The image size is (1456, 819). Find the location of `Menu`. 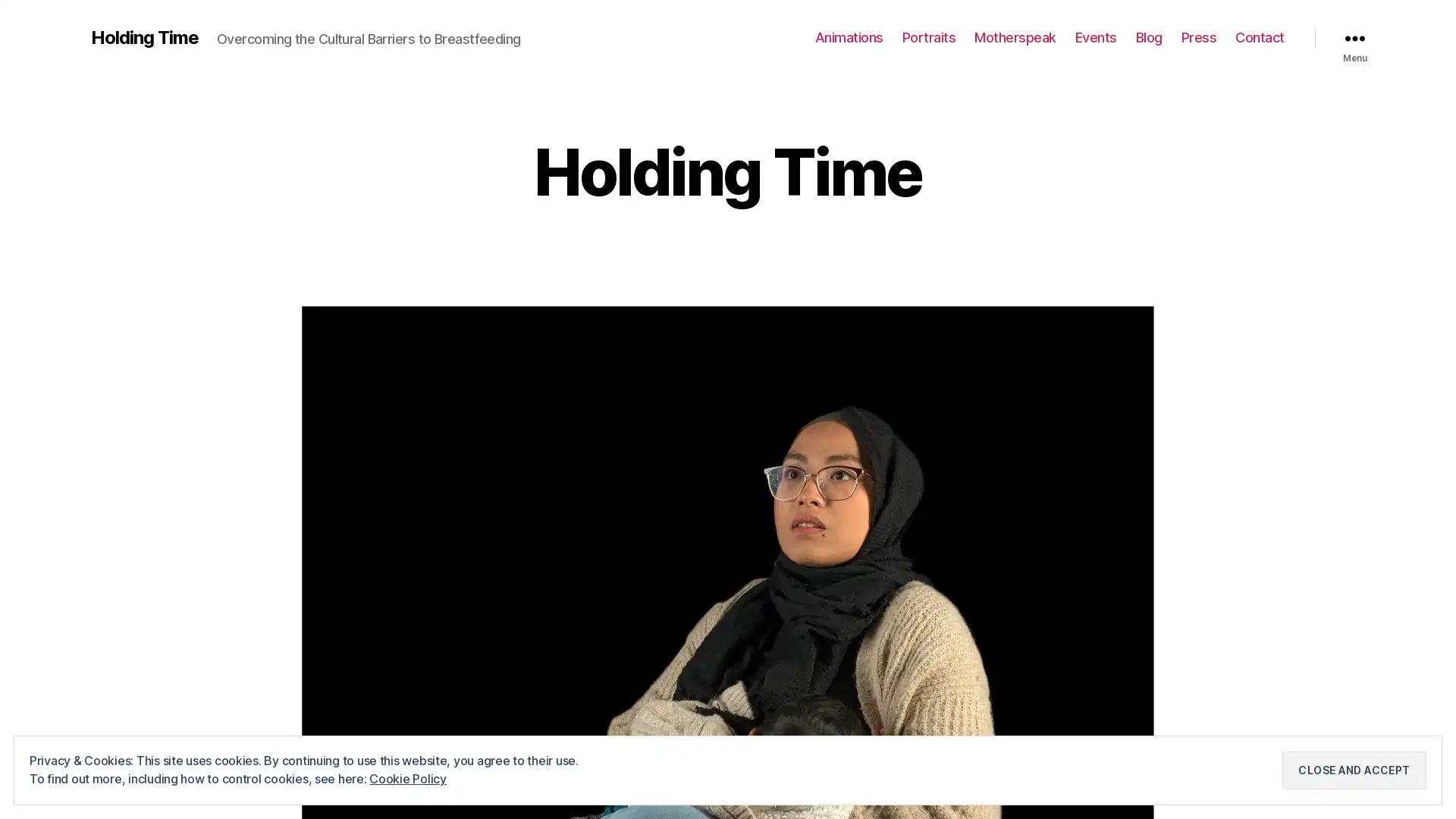

Menu is located at coordinates (1354, 37).